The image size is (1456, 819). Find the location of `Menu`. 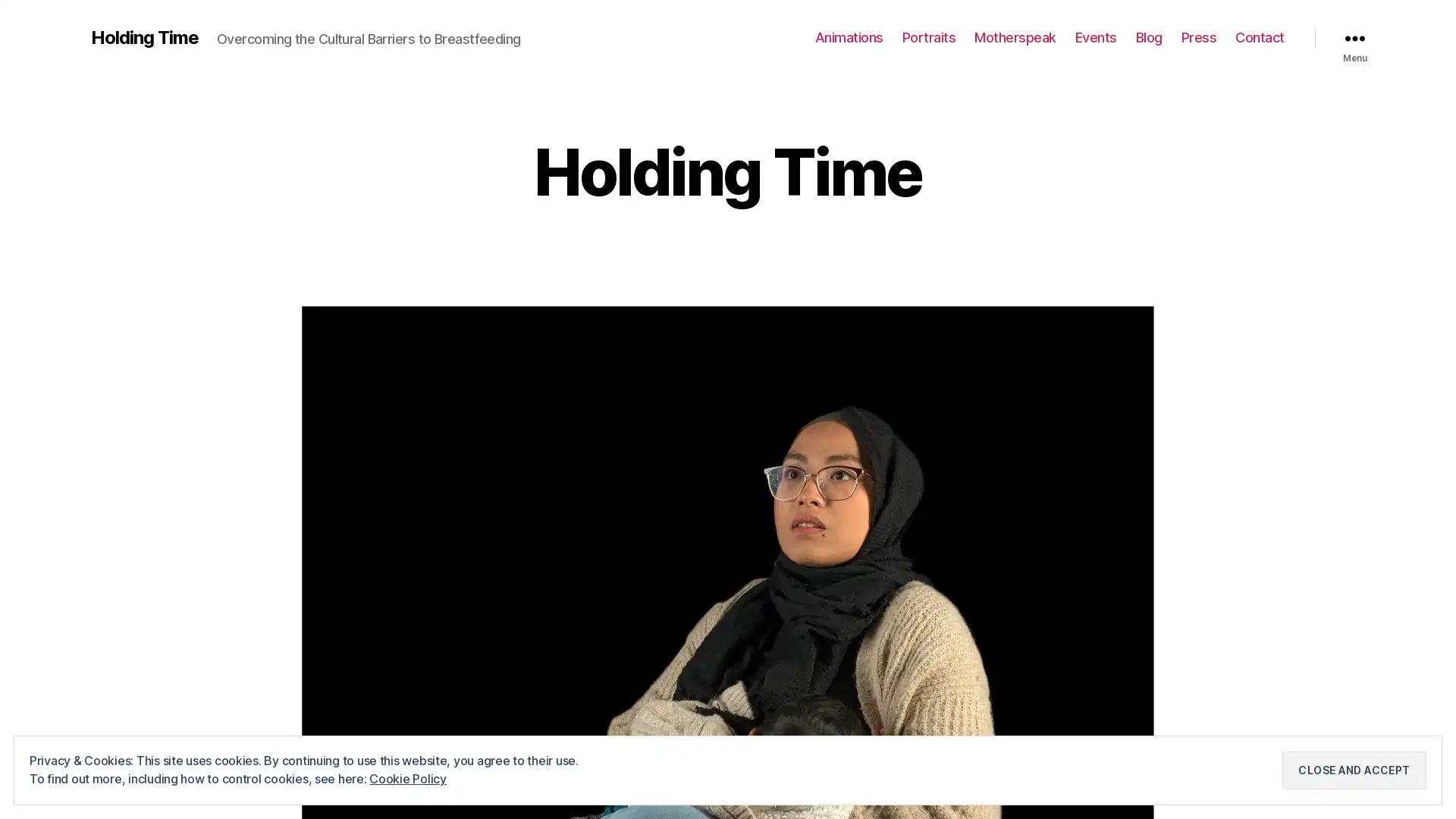

Menu is located at coordinates (1354, 37).